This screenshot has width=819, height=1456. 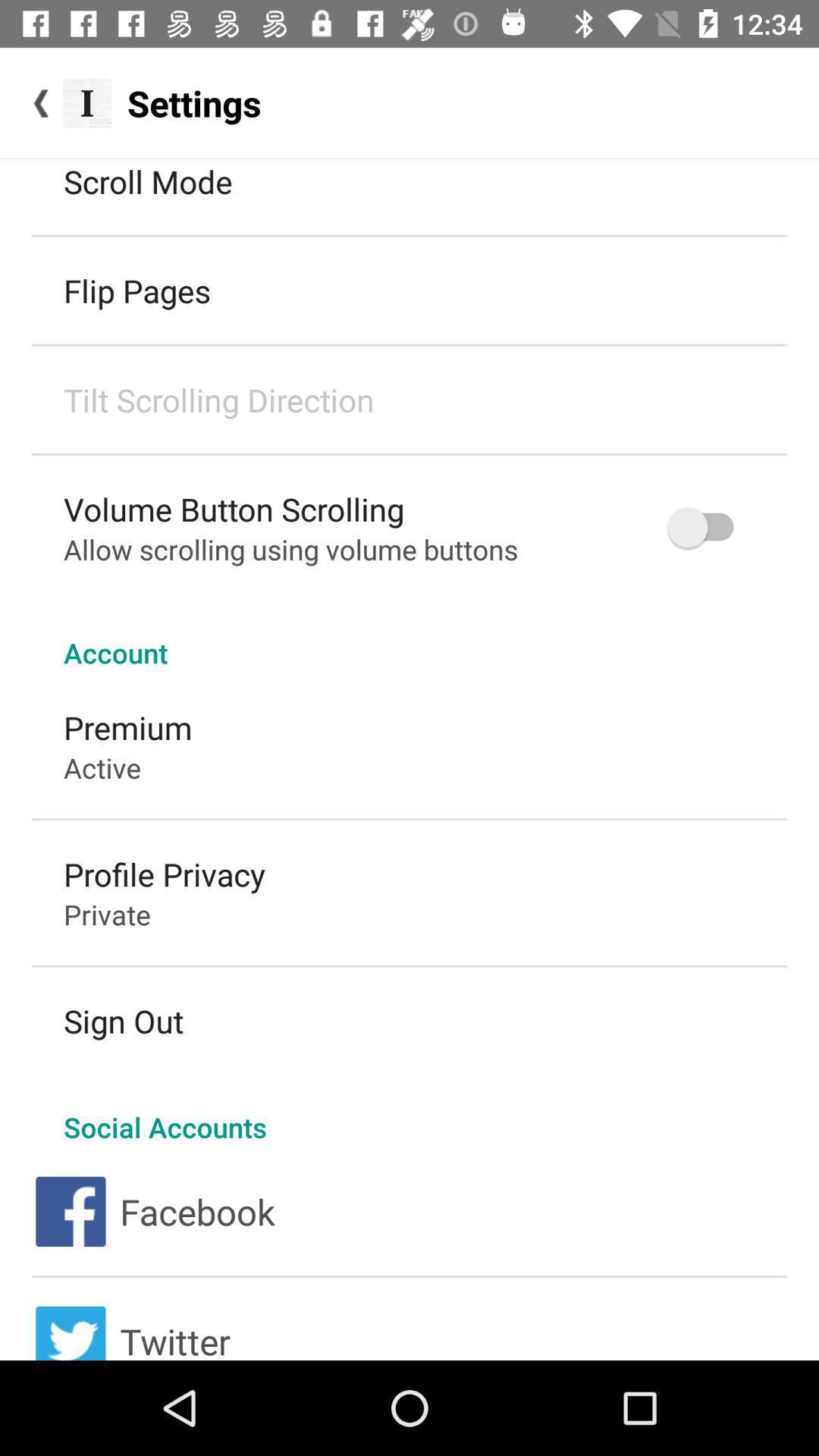 I want to click on the icon above flip pages item, so click(x=148, y=181).